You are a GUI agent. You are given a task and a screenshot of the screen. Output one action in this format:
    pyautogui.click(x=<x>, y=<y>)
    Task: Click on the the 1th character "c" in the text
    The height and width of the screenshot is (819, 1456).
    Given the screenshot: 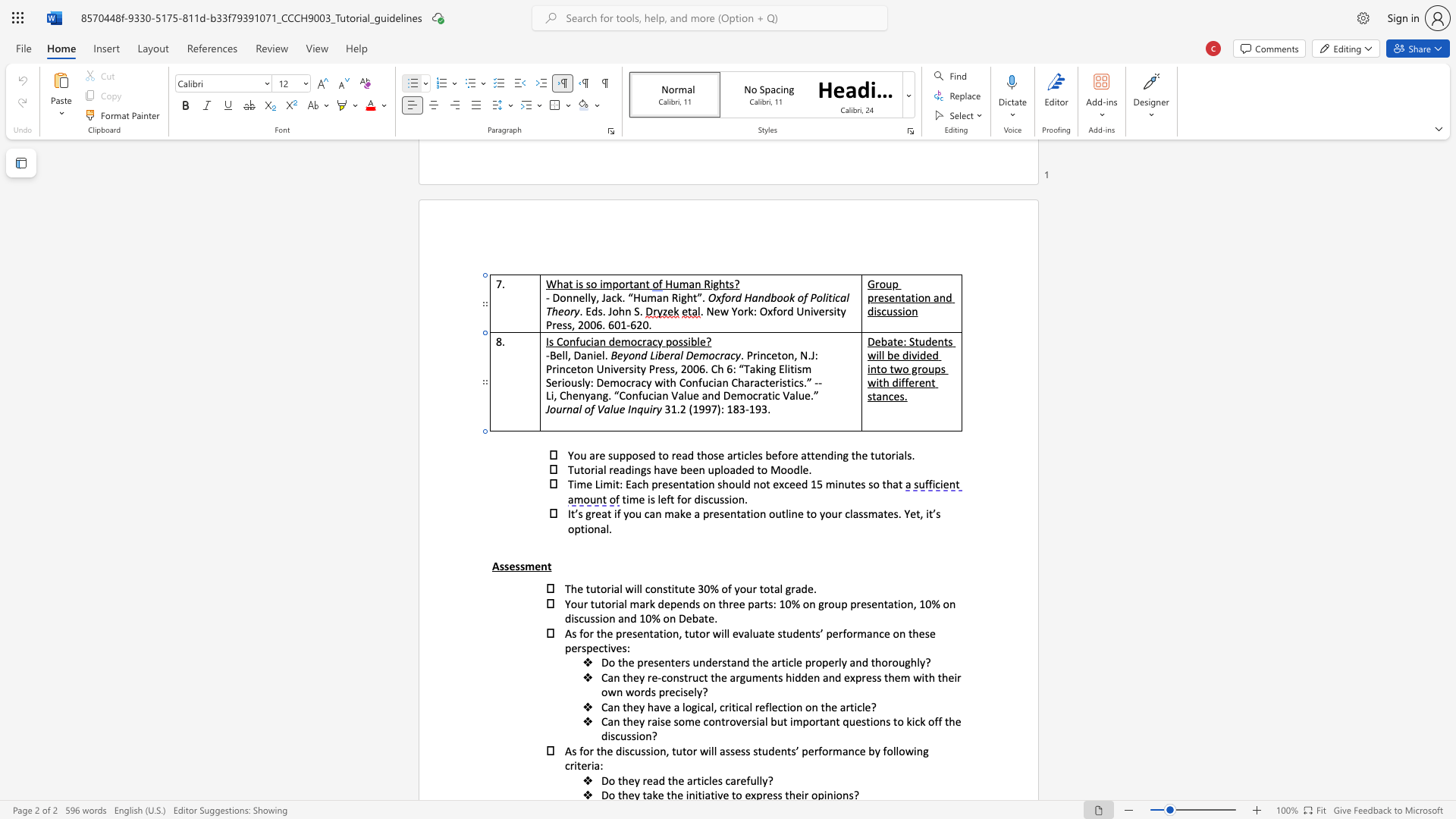 What is the action you would take?
    pyautogui.click(x=705, y=780)
    